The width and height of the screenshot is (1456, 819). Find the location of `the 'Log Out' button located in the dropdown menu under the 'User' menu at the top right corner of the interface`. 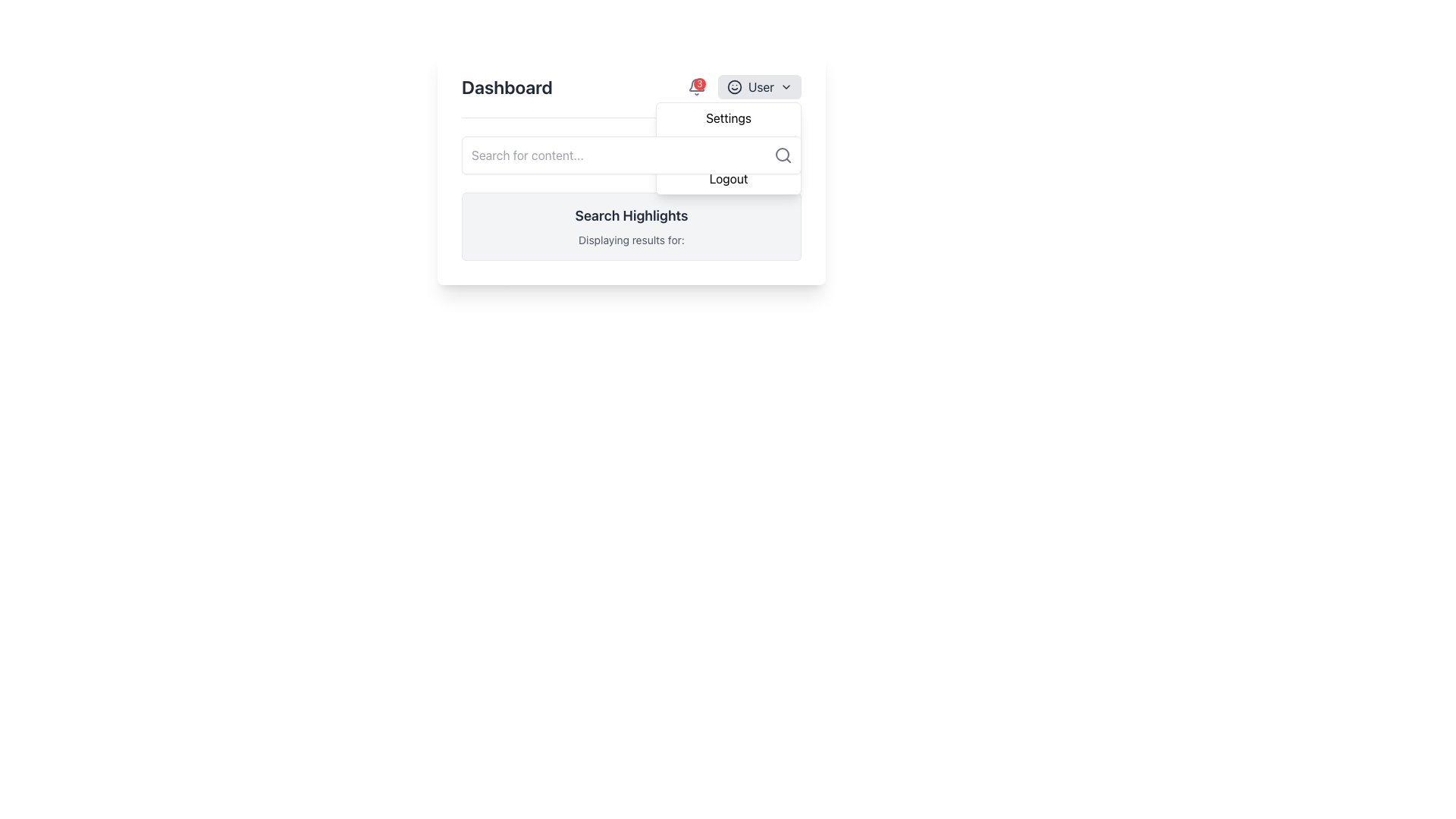

the 'Log Out' button located in the dropdown menu under the 'User' menu at the top right corner of the interface is located at coordinates (728, 177).